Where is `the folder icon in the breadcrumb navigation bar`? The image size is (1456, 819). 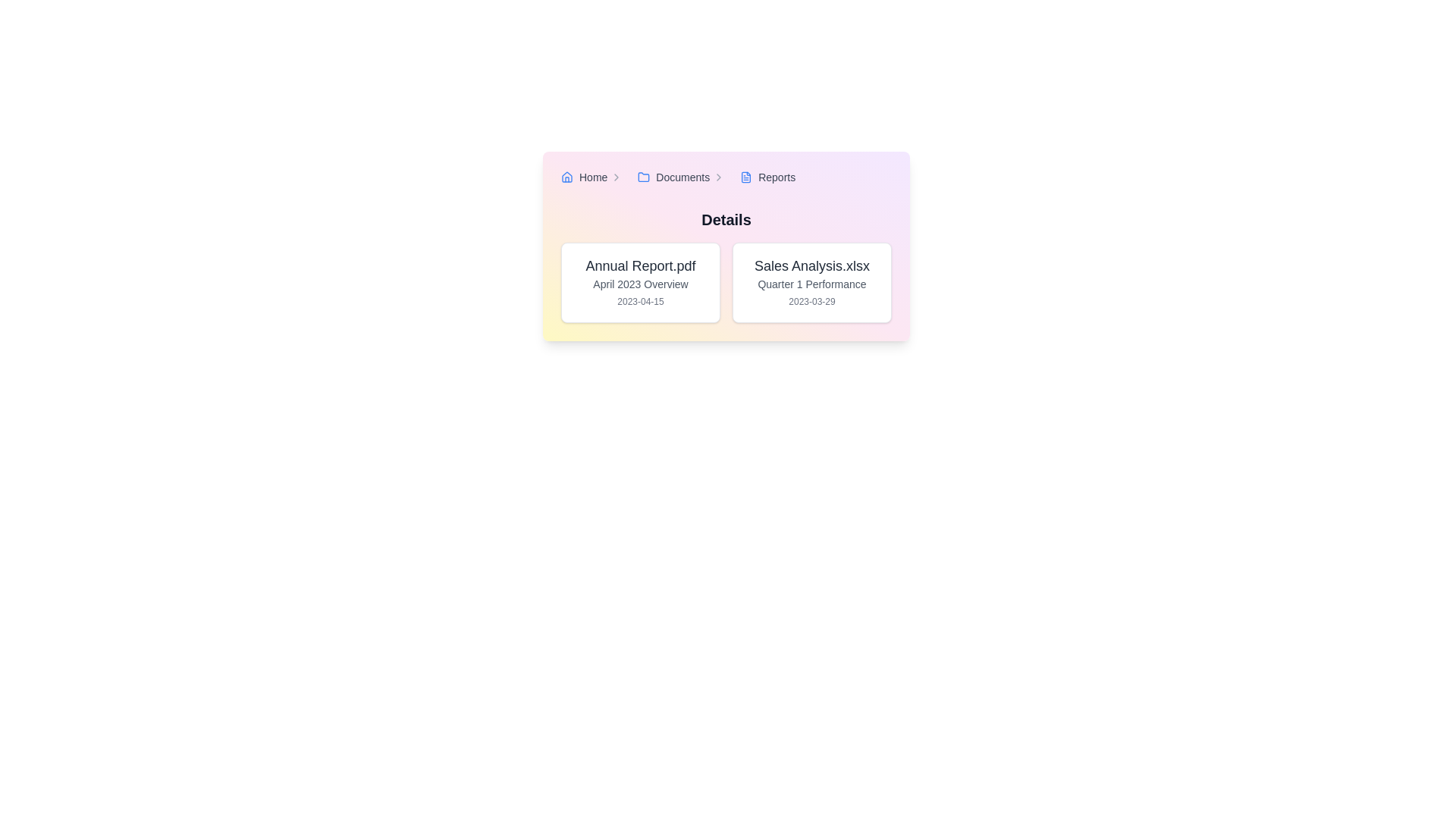 the folder icon in the breadcrumb navigation bar is located at coordinates (644, 176).